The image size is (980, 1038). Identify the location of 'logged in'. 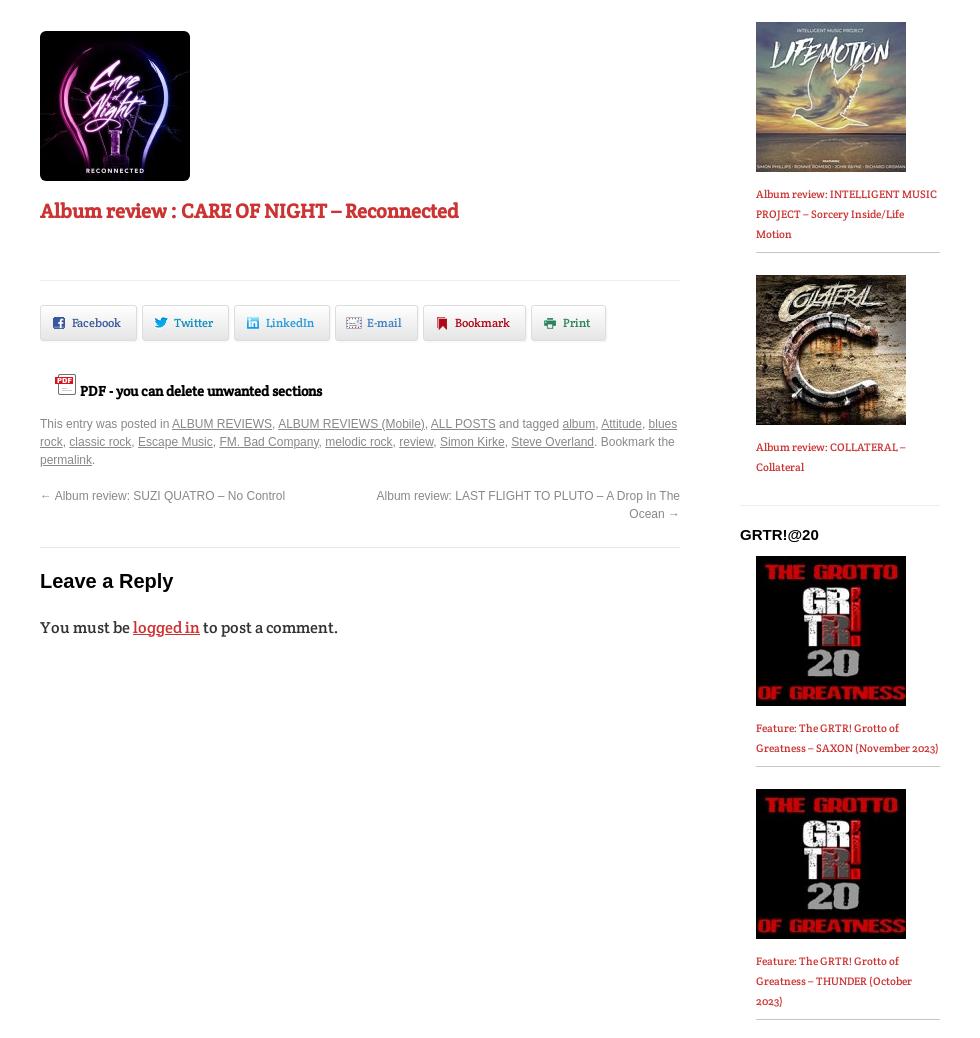
(166, 625).